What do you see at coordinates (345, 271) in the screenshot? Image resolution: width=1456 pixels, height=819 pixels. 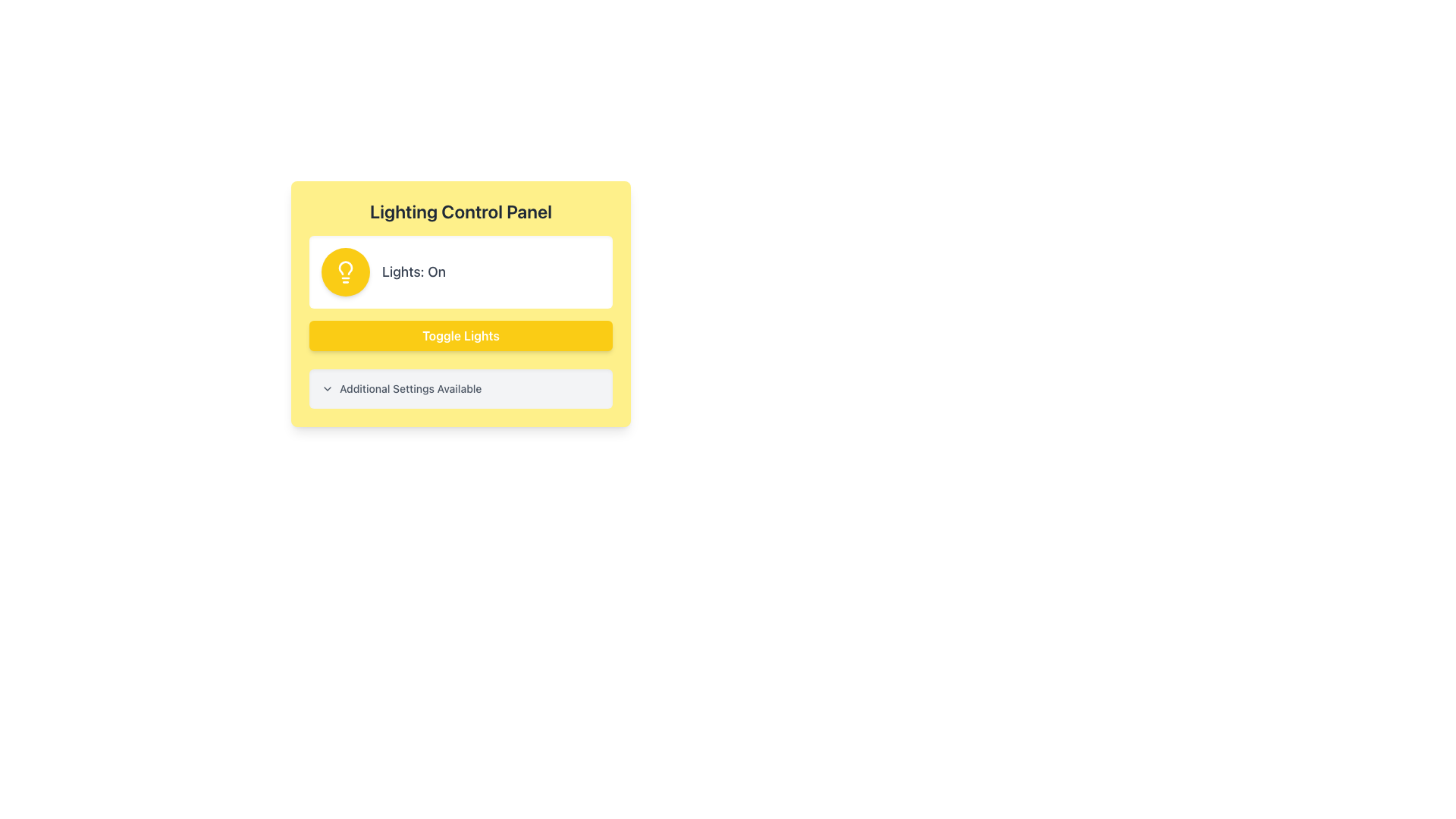 I see `the circular yellow icon with a white lightbulb symbol located to the left of the 'Lights: On' text in the 'Lighting Control Panel' interface` at bounding box center [345, 271].